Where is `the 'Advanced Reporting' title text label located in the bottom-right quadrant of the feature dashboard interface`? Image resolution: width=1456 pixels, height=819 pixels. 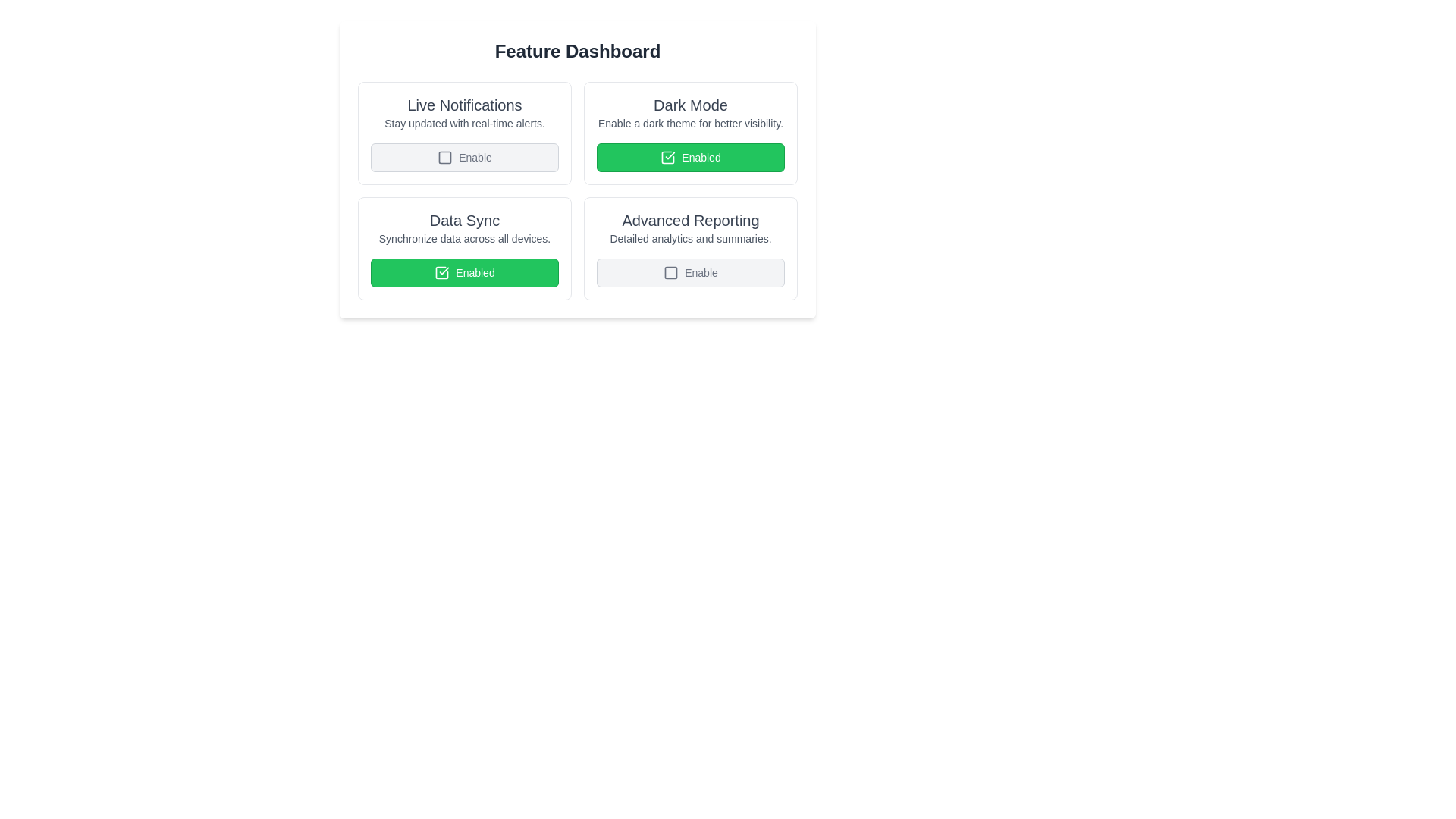 the 'Advanced Reporting' title text label located in the bottom-right quadrant of the feature dashboard interface is located at coordinates (690, 220).